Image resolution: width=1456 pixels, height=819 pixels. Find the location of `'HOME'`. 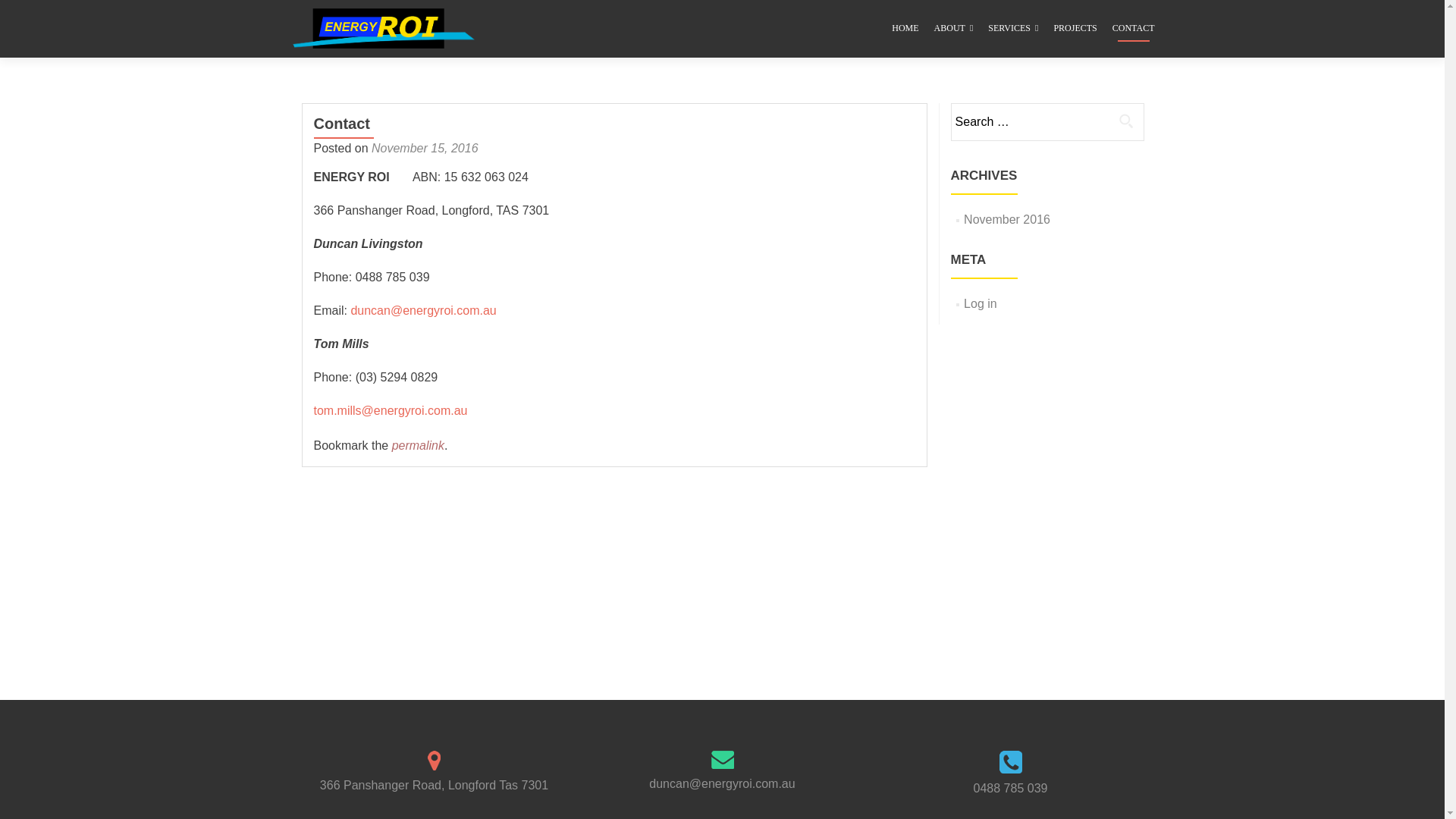

'HOME' is located at coordinates (905, 28).